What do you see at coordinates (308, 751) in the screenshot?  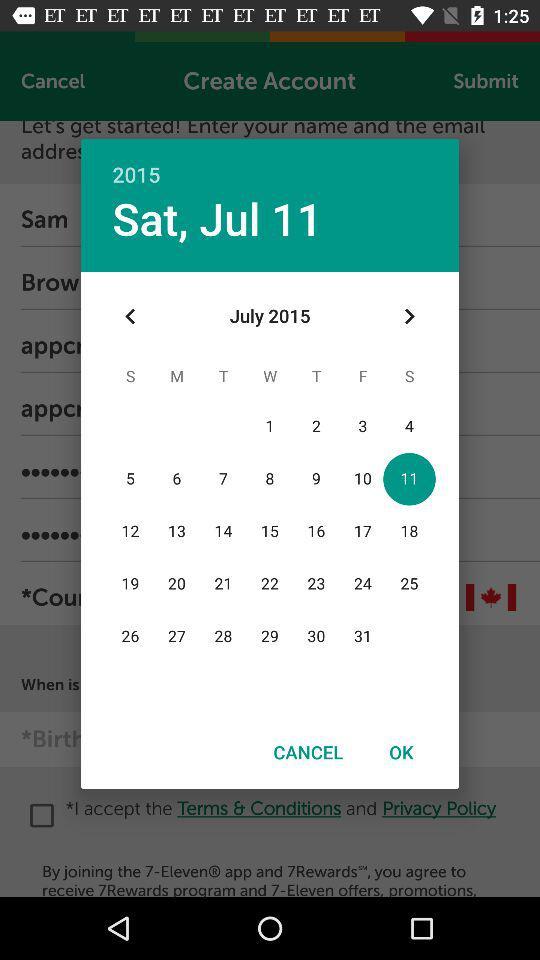 I see `the icon to the left of the ok` at bounding box center [308, 751].